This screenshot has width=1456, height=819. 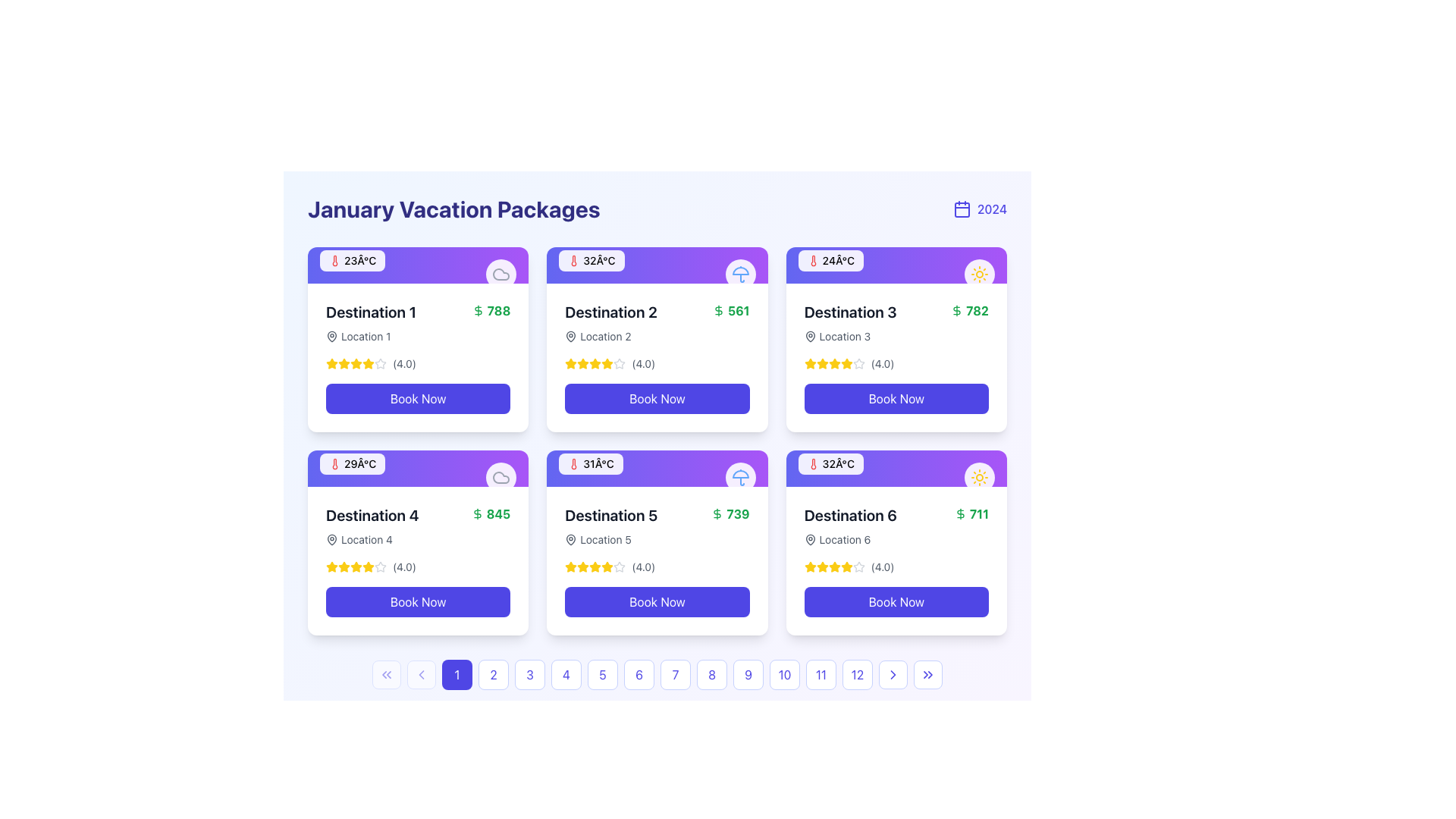 What do you see at coordinates (372, 526) in the screenshot?
I see `the text element displaying 'Destination 4Location 4', which is located in the fourth card of the second row, positioned near the center of the card beneath the temperature and above the star rating and button` at bounding box center [372, 526].